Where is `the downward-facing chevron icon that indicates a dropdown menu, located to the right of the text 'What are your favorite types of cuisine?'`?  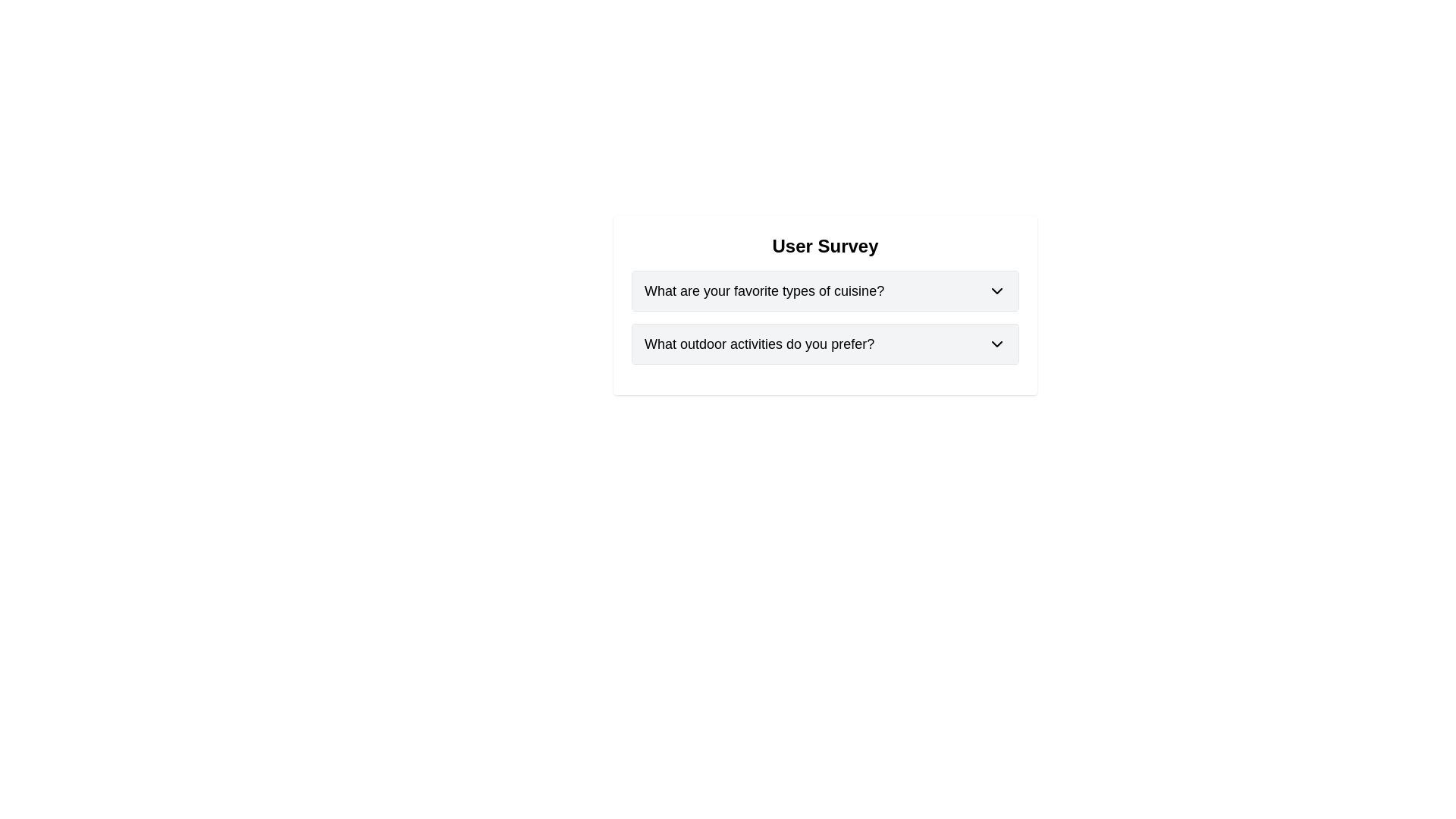 the downward-facing chevron icon that indicates a dropdown menu, located to the right of the text 'What are your favorite types of cuisine?' is located at coordinates (997, 291).